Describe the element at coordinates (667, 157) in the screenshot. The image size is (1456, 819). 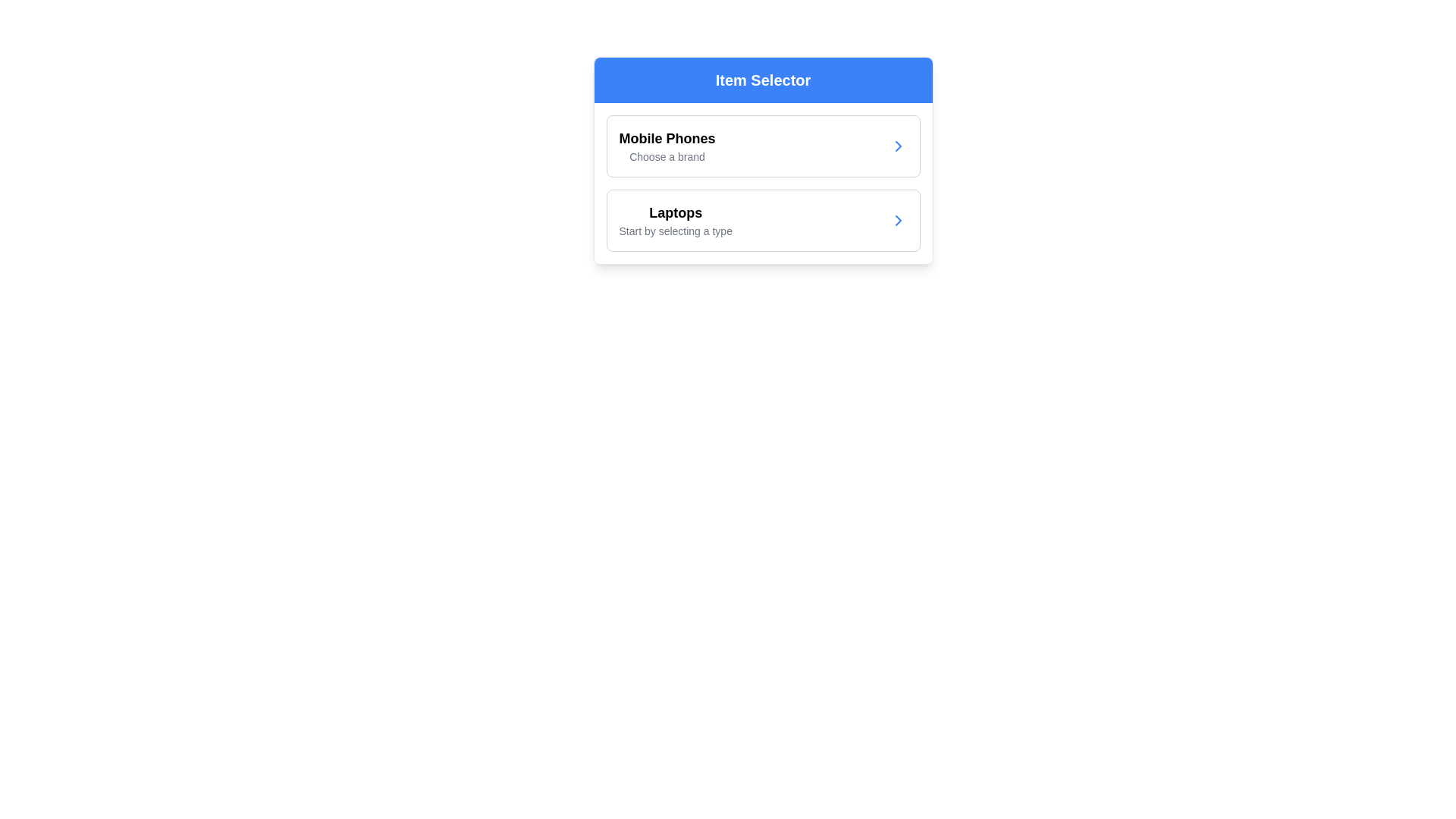
I see `descriptive or instructive static text located in the 'Mobile Phones' section, positioned directly below the bold 'Mobile Phones' title` at that location.